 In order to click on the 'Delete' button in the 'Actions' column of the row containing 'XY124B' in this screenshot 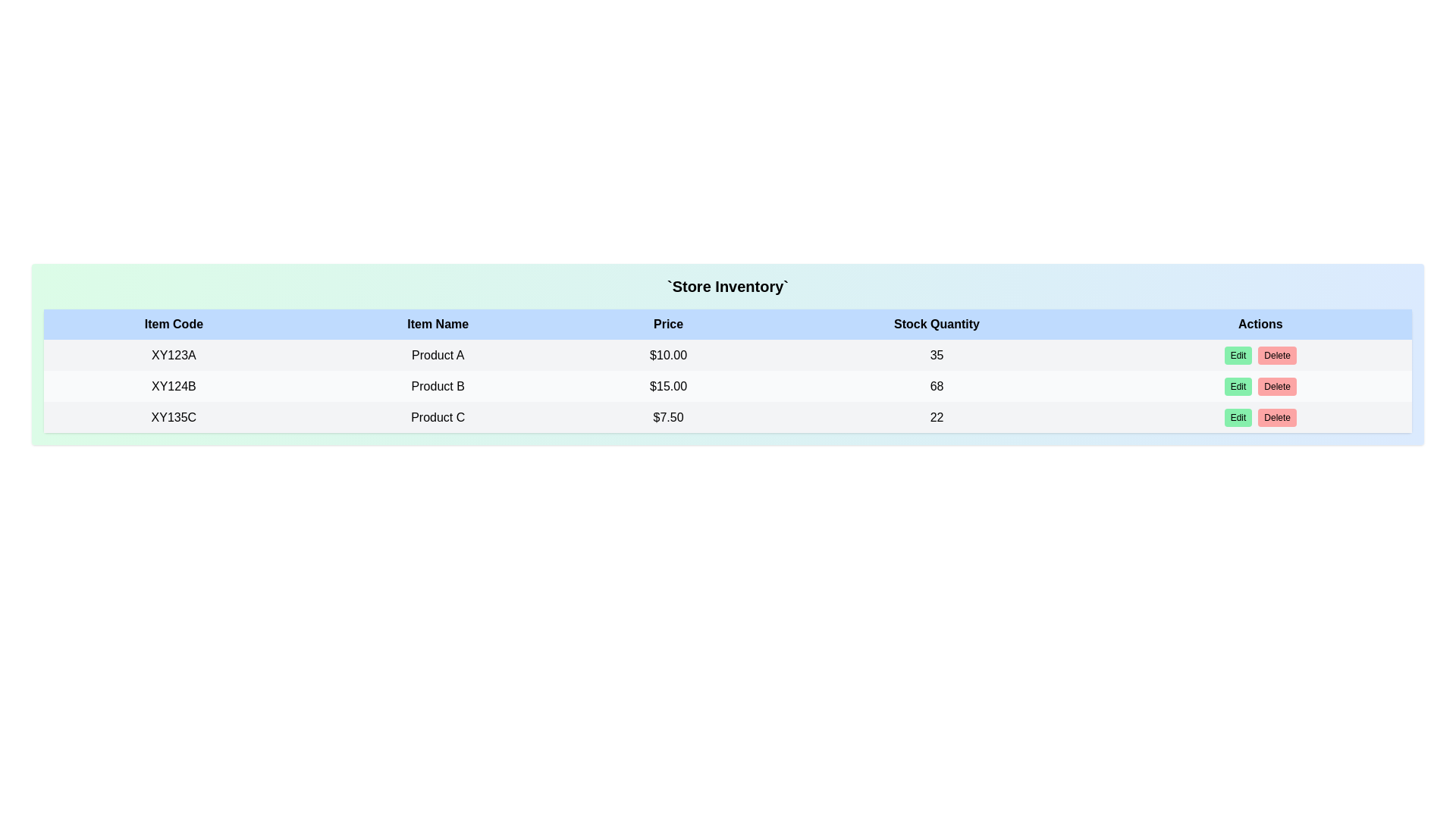, I will do `click(1276, 385)`.